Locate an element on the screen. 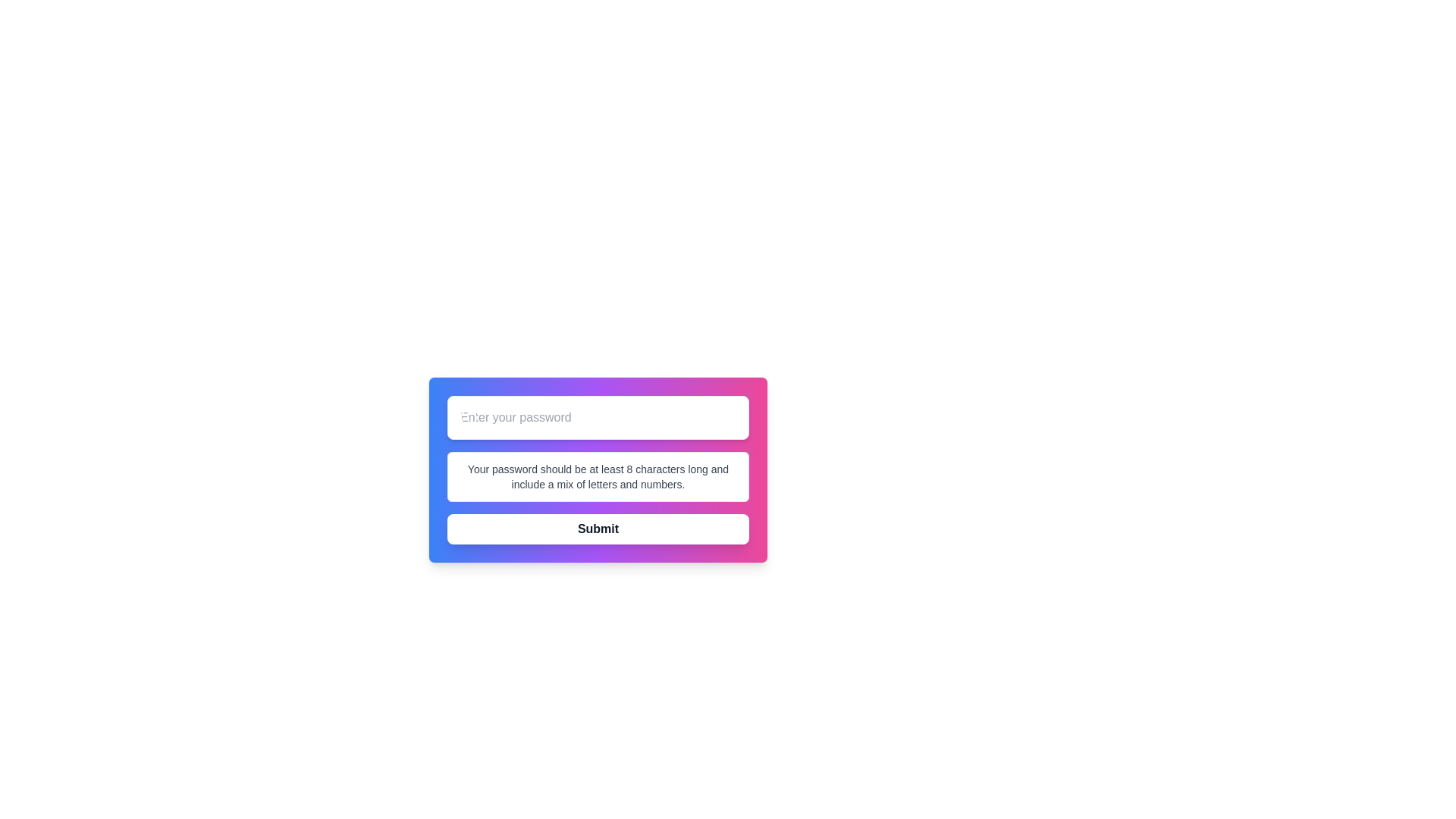 This screenshot has width=1456, height=819. the static text block that provides guidance on setting a secure password, positioned below the password input field and above the 'Submit' button is located at coordinates (597, 475).